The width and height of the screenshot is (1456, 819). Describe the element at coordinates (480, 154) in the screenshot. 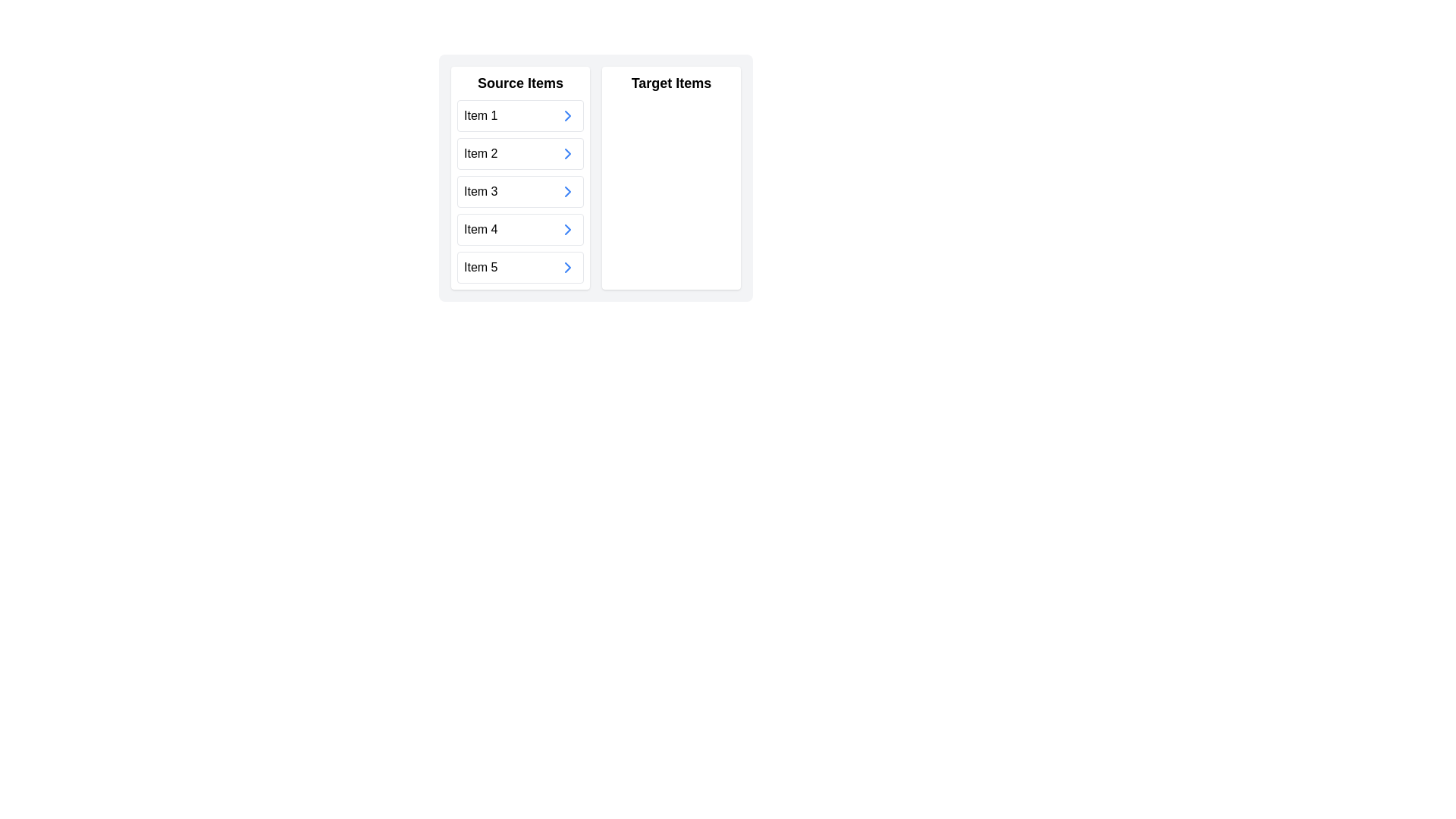

I see `label displaying 'Item 2' which is the text component of the second list item in the 'Source Items' vertical list` at that location.